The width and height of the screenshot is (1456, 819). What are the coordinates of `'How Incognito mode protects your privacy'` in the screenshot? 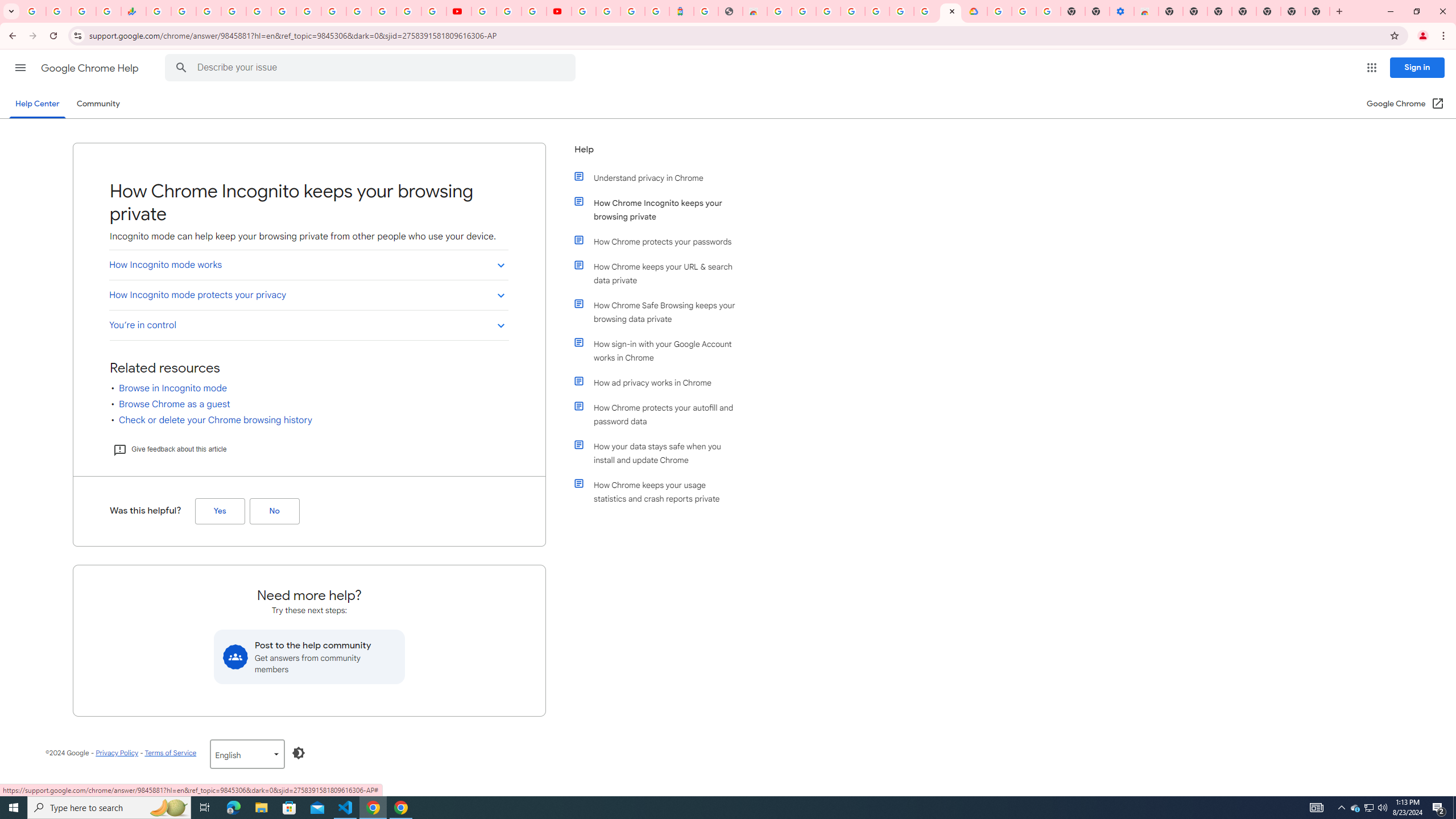 It's located at (308, 294).